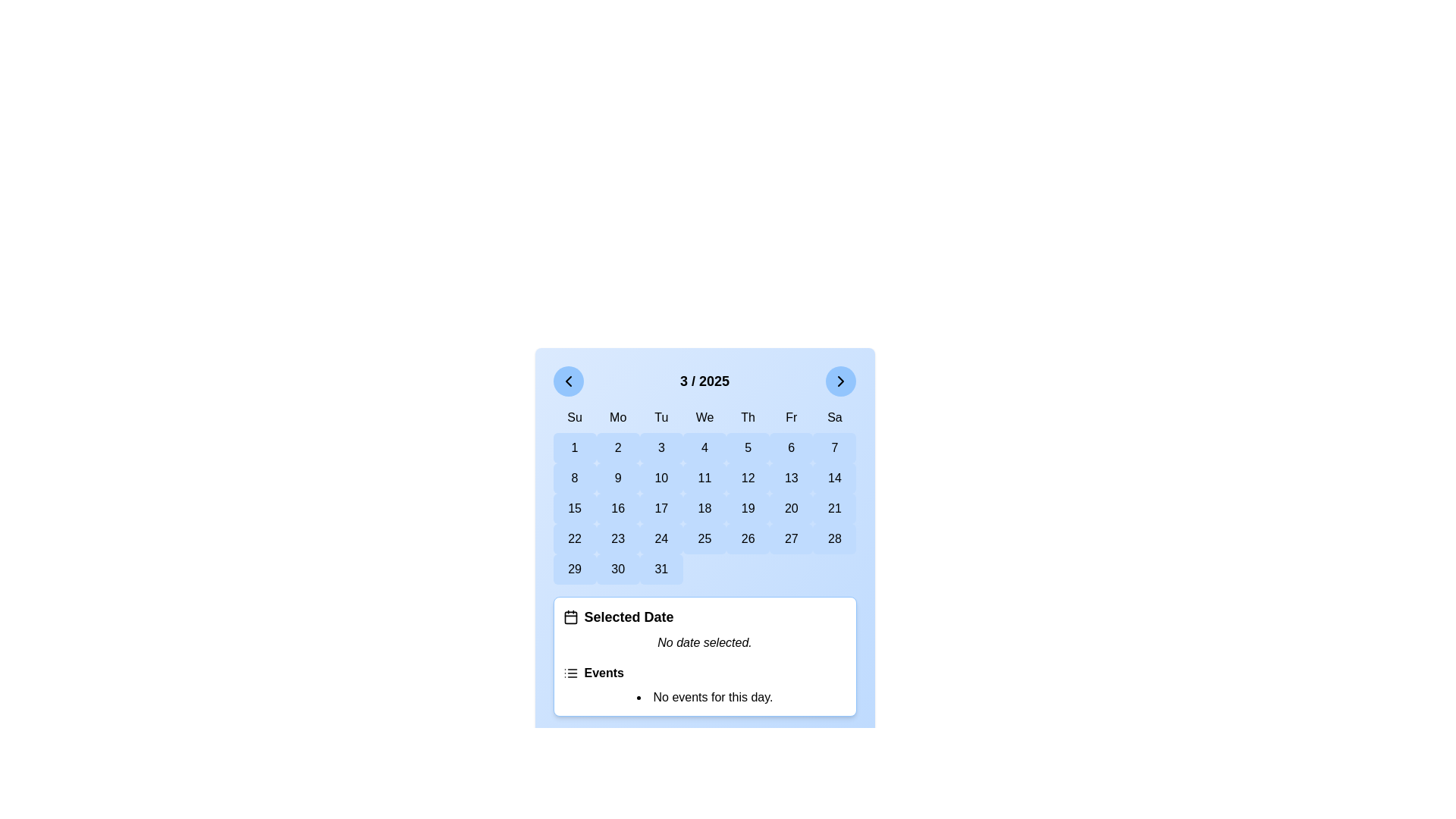 This screenshot has width=1456, height=819. What do you see at coordinates (661, 538) in the screenshot?
I see `the selectable calendar date button representing the 24th of March 2025 to observe the hover effect` at bounding box center [661, 538].